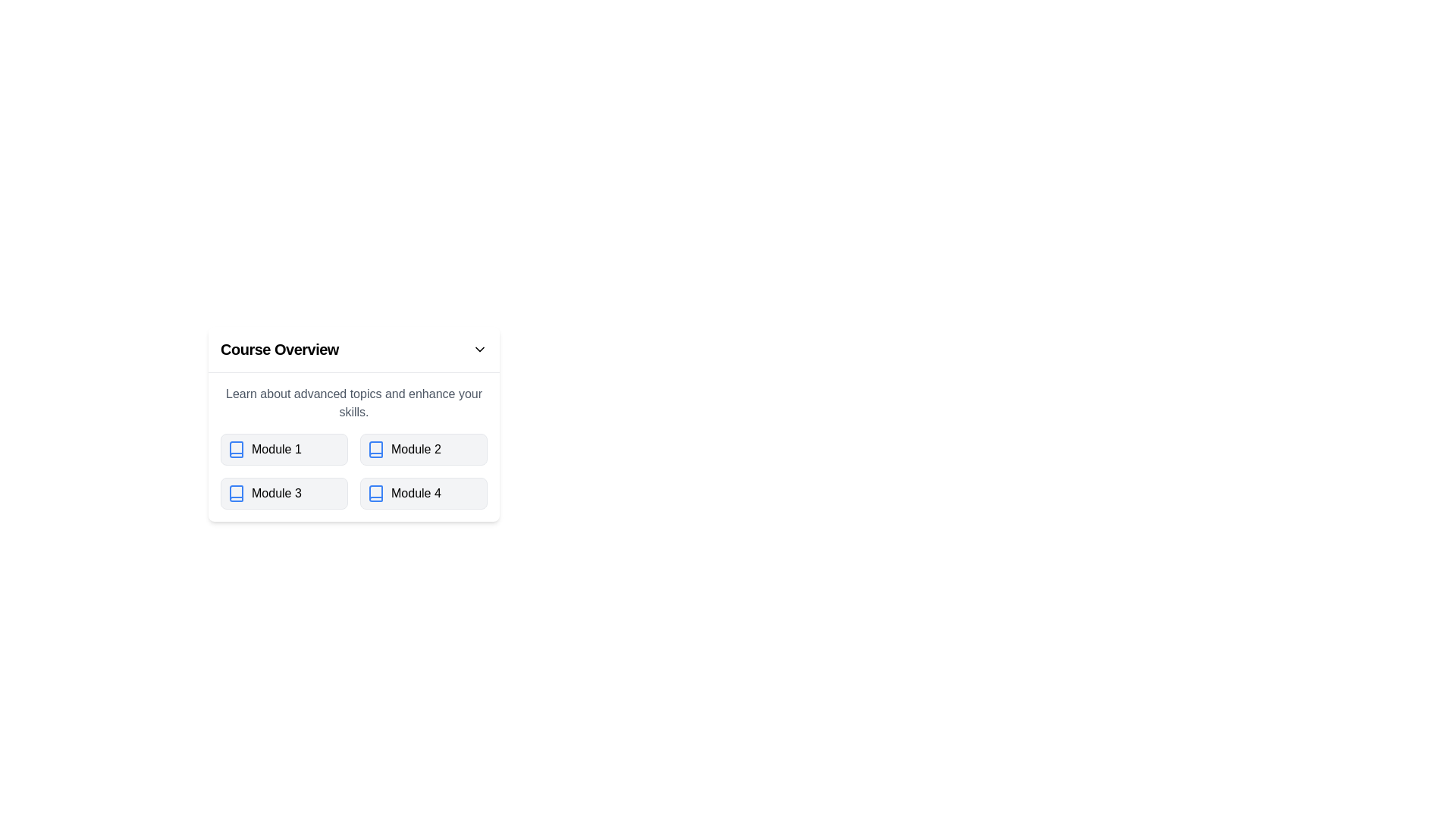 This screenshot has height=819, width=1456. Describe the element at coordinates (375, 494) in the screenshot. I see `the 'Module 4' icon located at the top-right corner of the 'Course Overview' section for additional options` at that location.